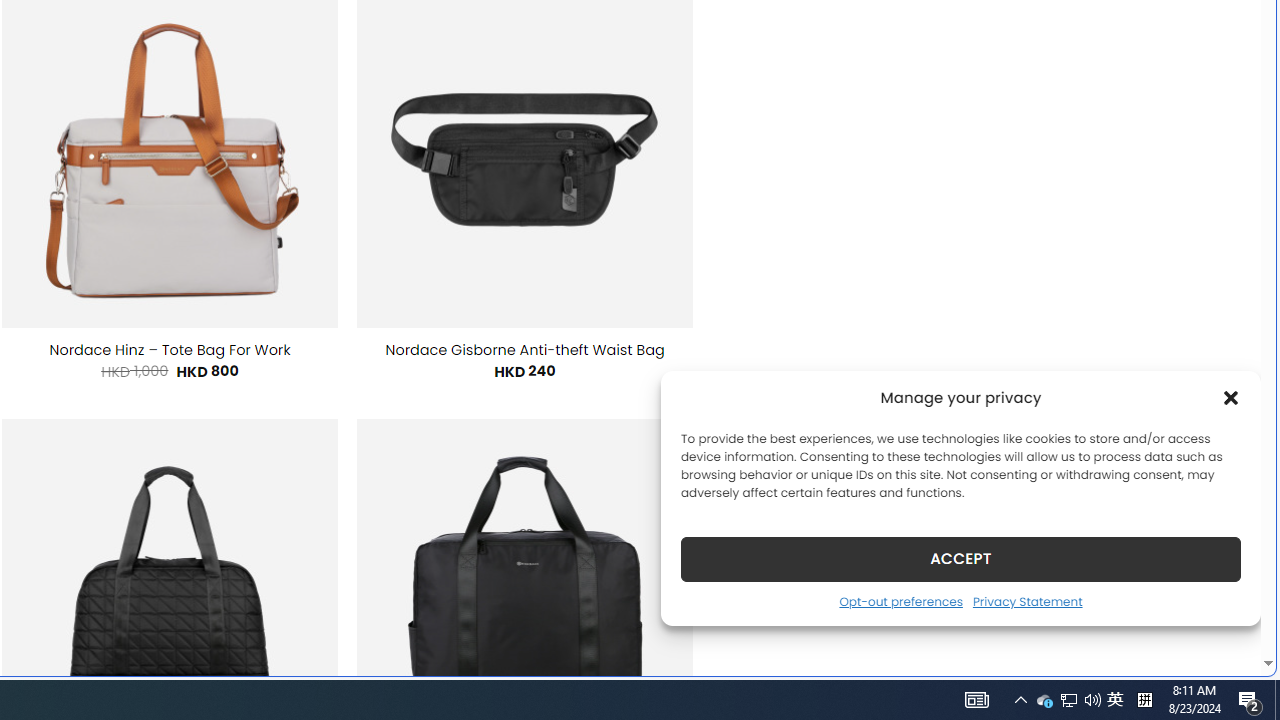 This screenshot has width=1280, height=720. I want to click on 'Class: cmplz-close', so click(1230, 397).